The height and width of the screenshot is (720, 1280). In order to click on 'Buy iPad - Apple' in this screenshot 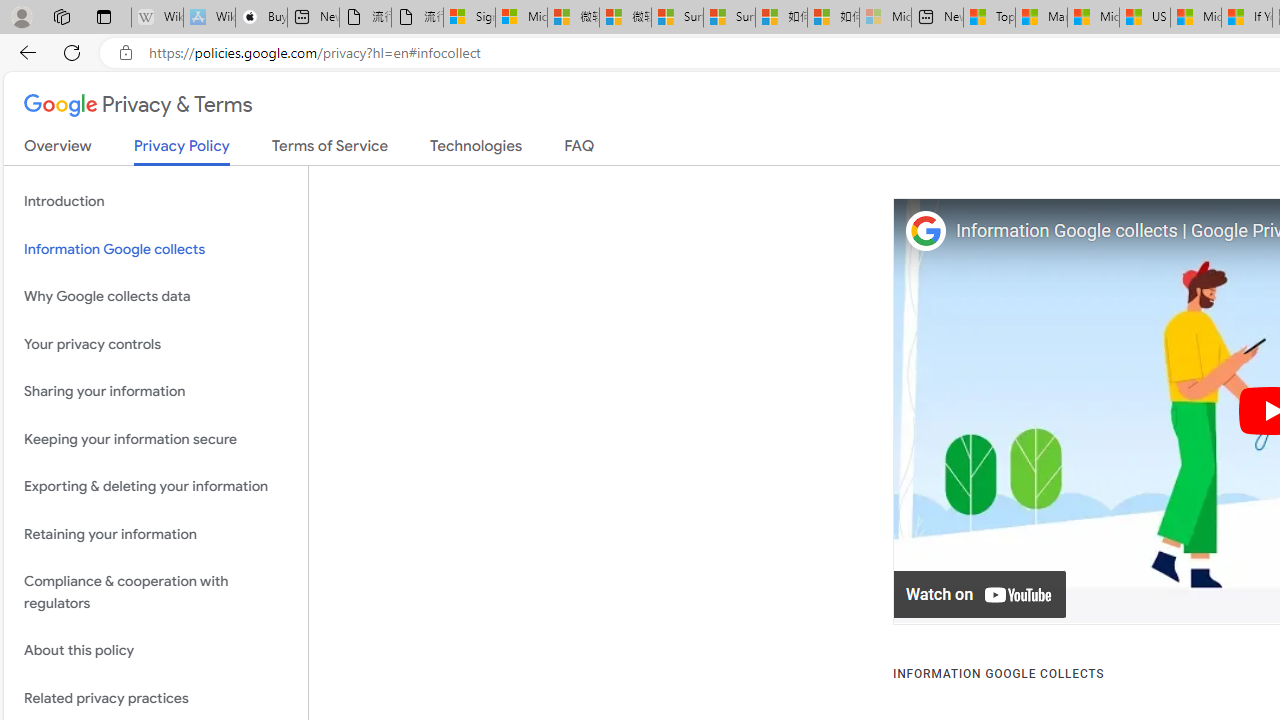, I will do `click(260, 17)`.